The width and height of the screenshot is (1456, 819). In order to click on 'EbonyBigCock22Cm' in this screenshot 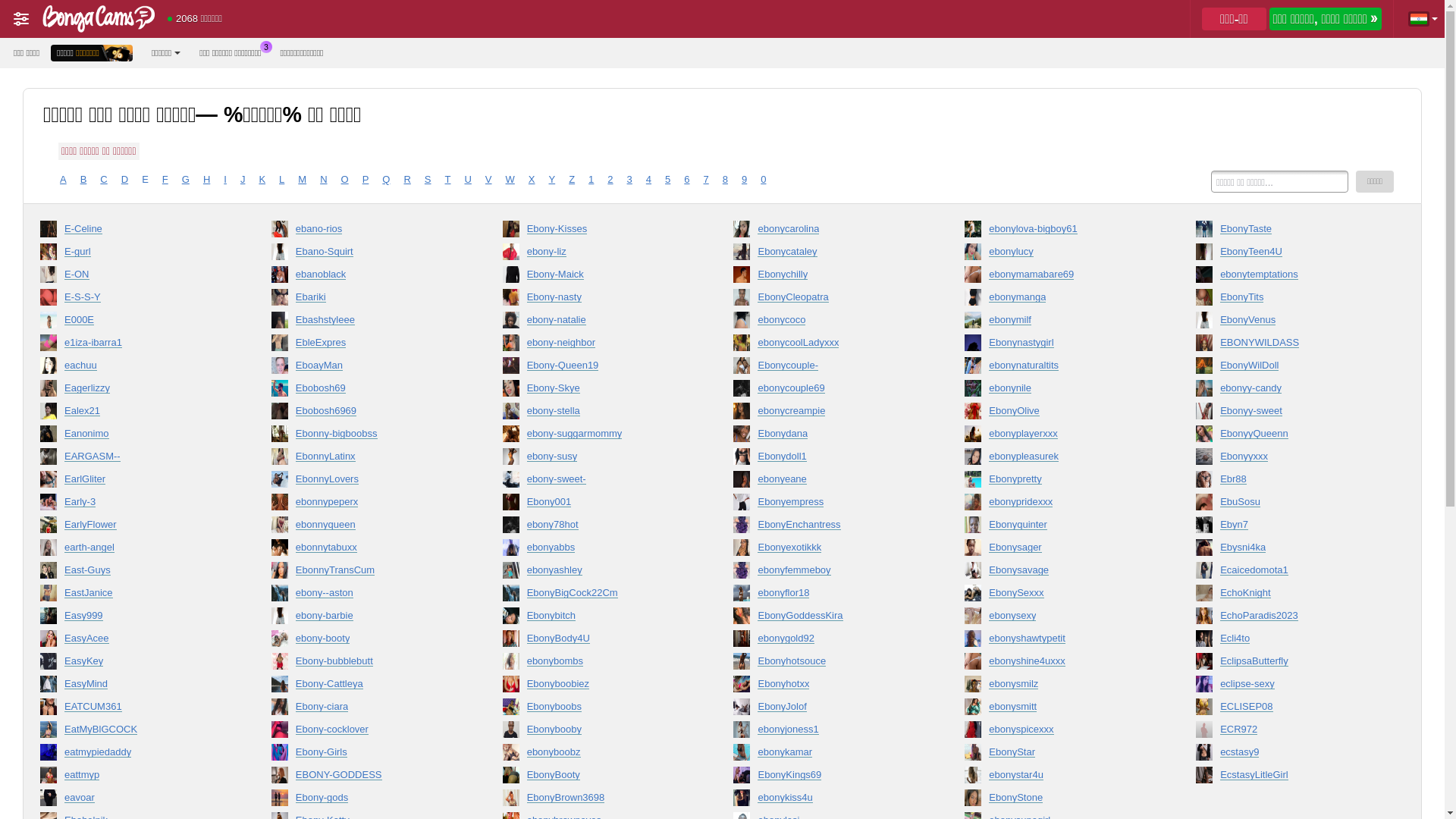, I will do `click(596, 595)`.